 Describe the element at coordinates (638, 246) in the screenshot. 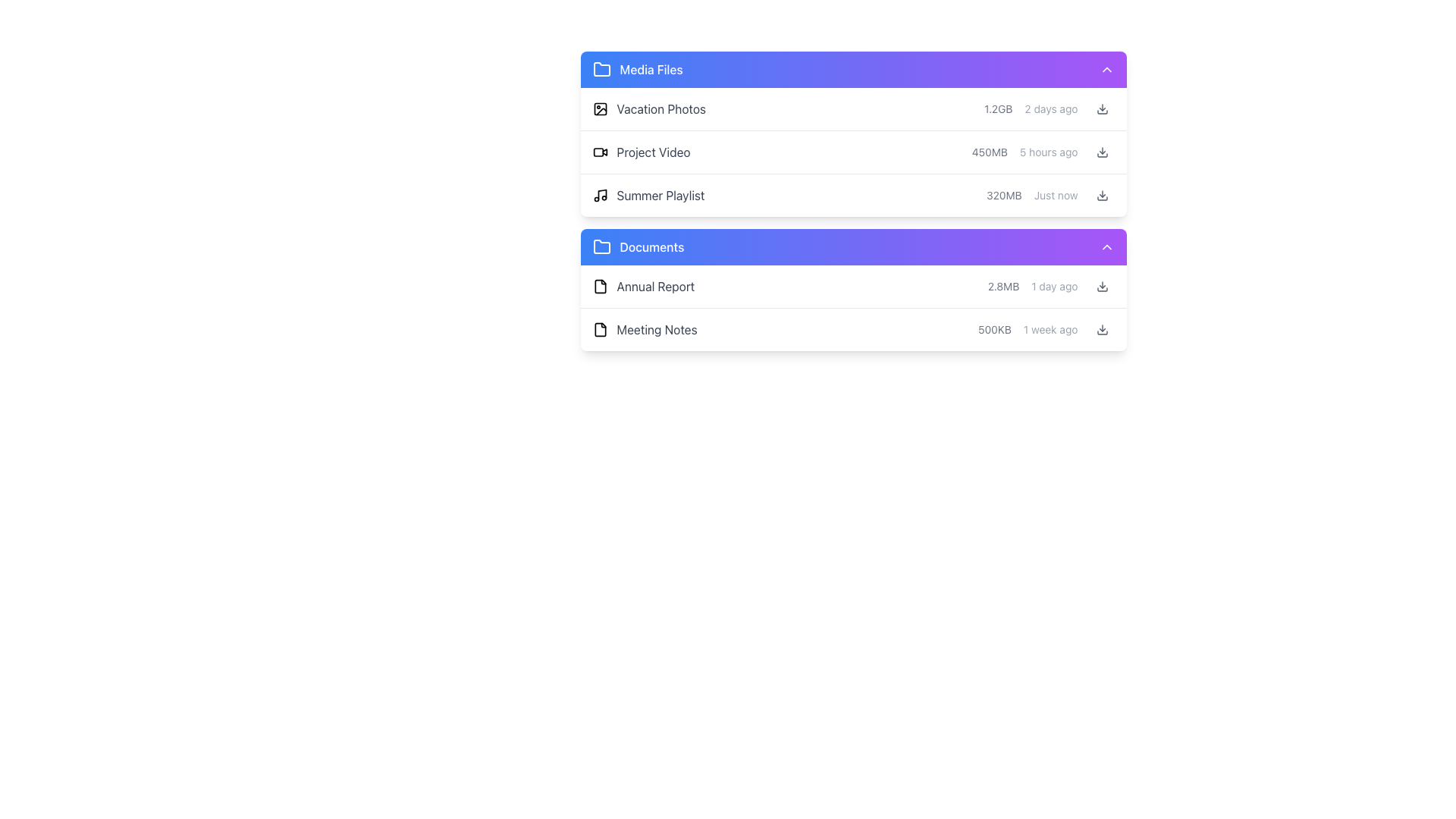

I see `the 'Documents' text in the folder icon element` at that location.